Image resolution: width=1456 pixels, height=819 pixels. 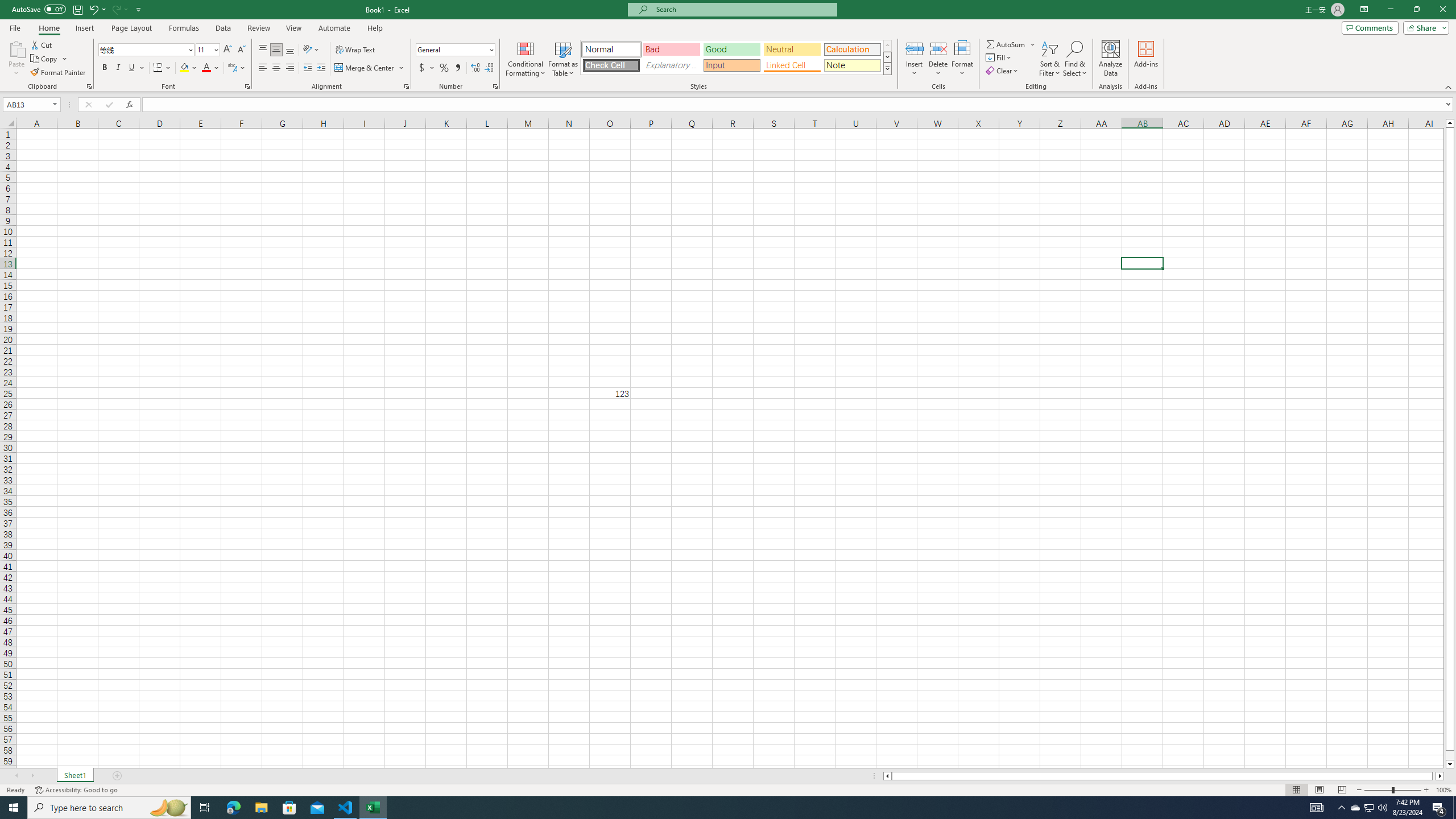 What do you see at coordinates (489, 67) in the screenshot?
I see `'Decrease Decimal'` at bounding box center [489, 67].